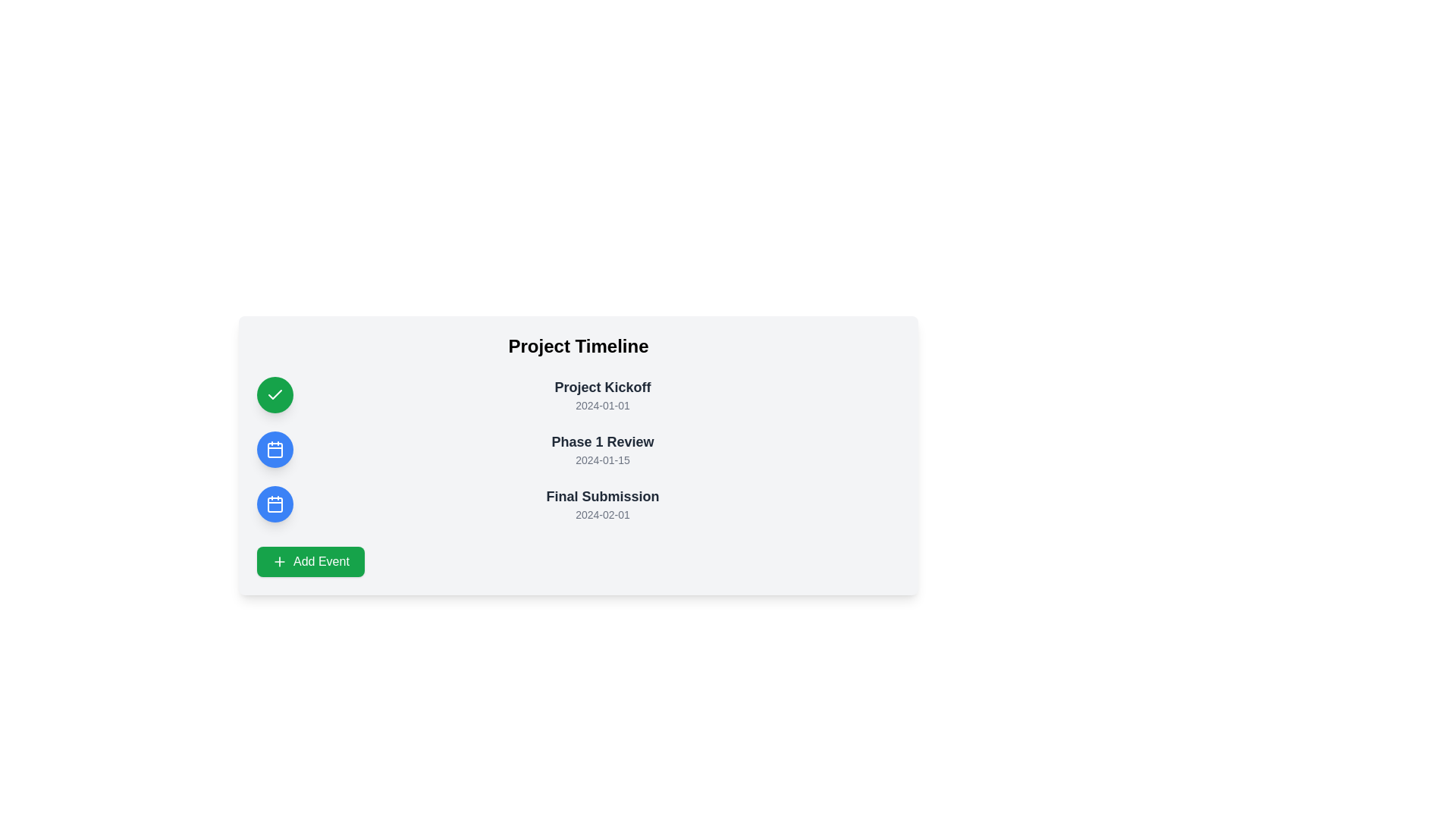 This screenshot has width=1456, height=819. What do you see at coordinates (309, 561) in the screenshot?
I see `the 'Add Event' button located at the bottom-left corner of the interface, below a list of circular icons` at bounding box center [309, 561].